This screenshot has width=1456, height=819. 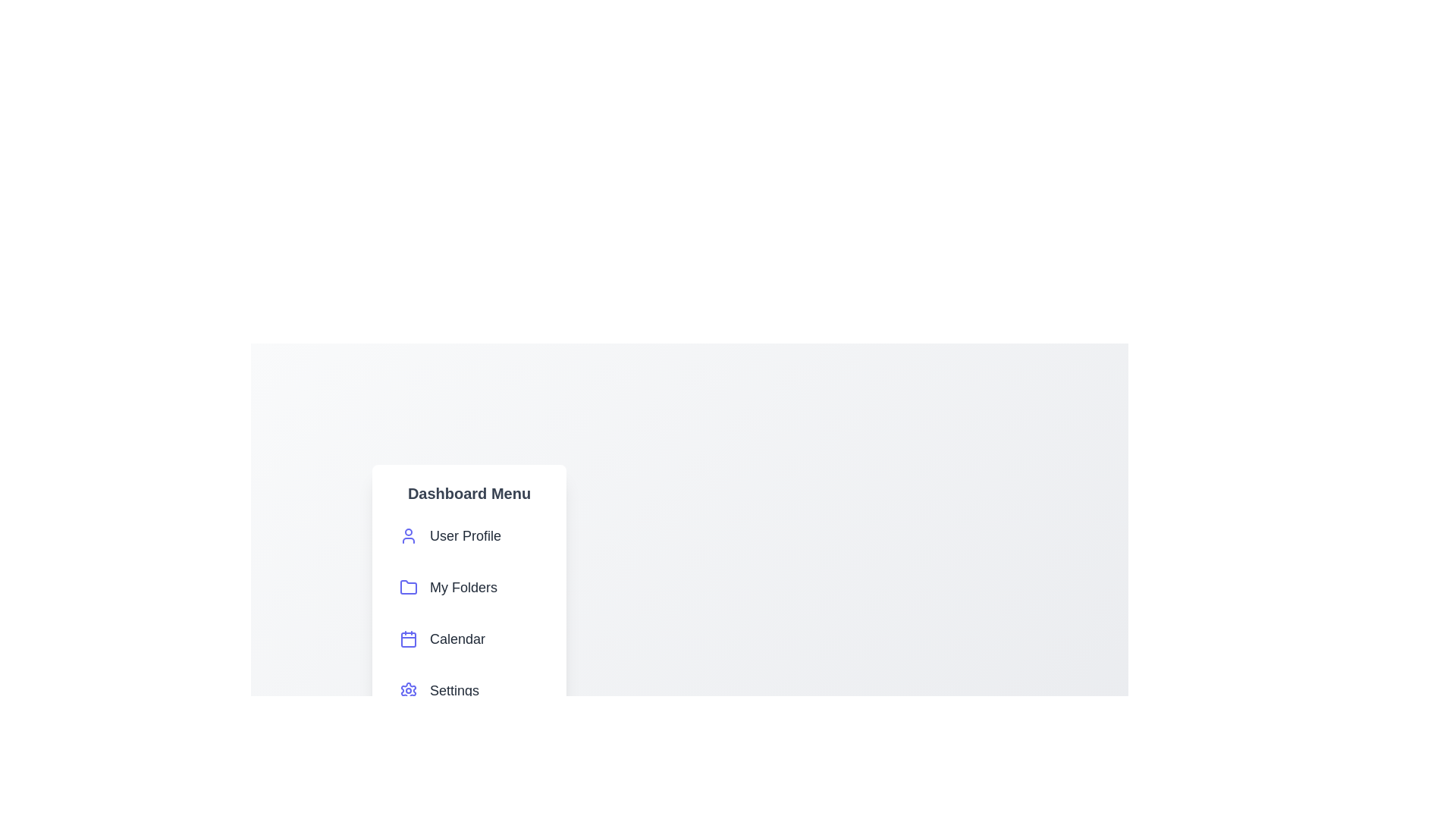 What do you see at coordinates (469, 535) in the screenshot?
I see `the 'User Profile' menu item` at bounding box center [469, 535].